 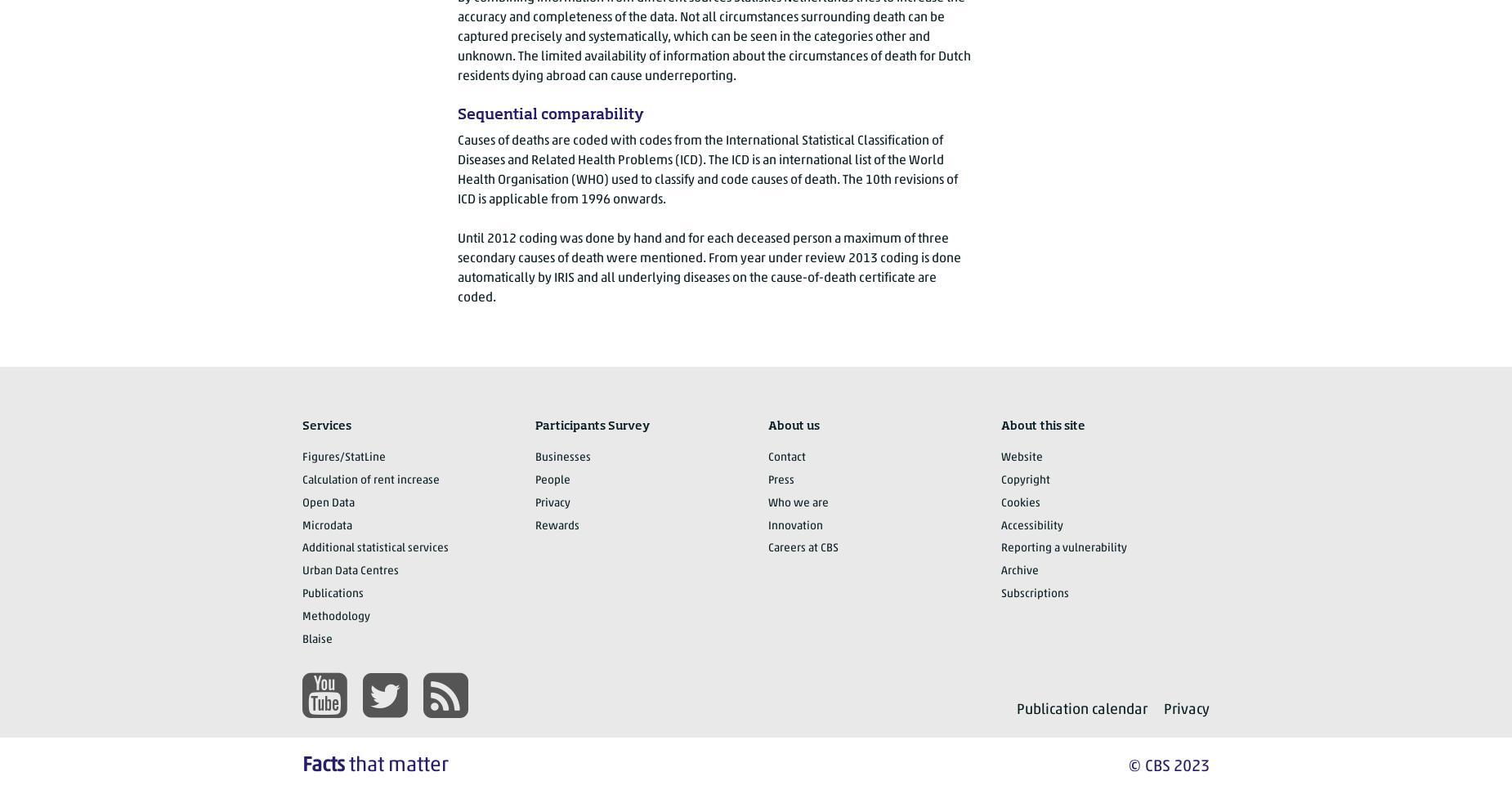 What do you see at coordinates (562, 457) in the screenshot?
I see `'Businesses'` at bounding box center [562, 457].